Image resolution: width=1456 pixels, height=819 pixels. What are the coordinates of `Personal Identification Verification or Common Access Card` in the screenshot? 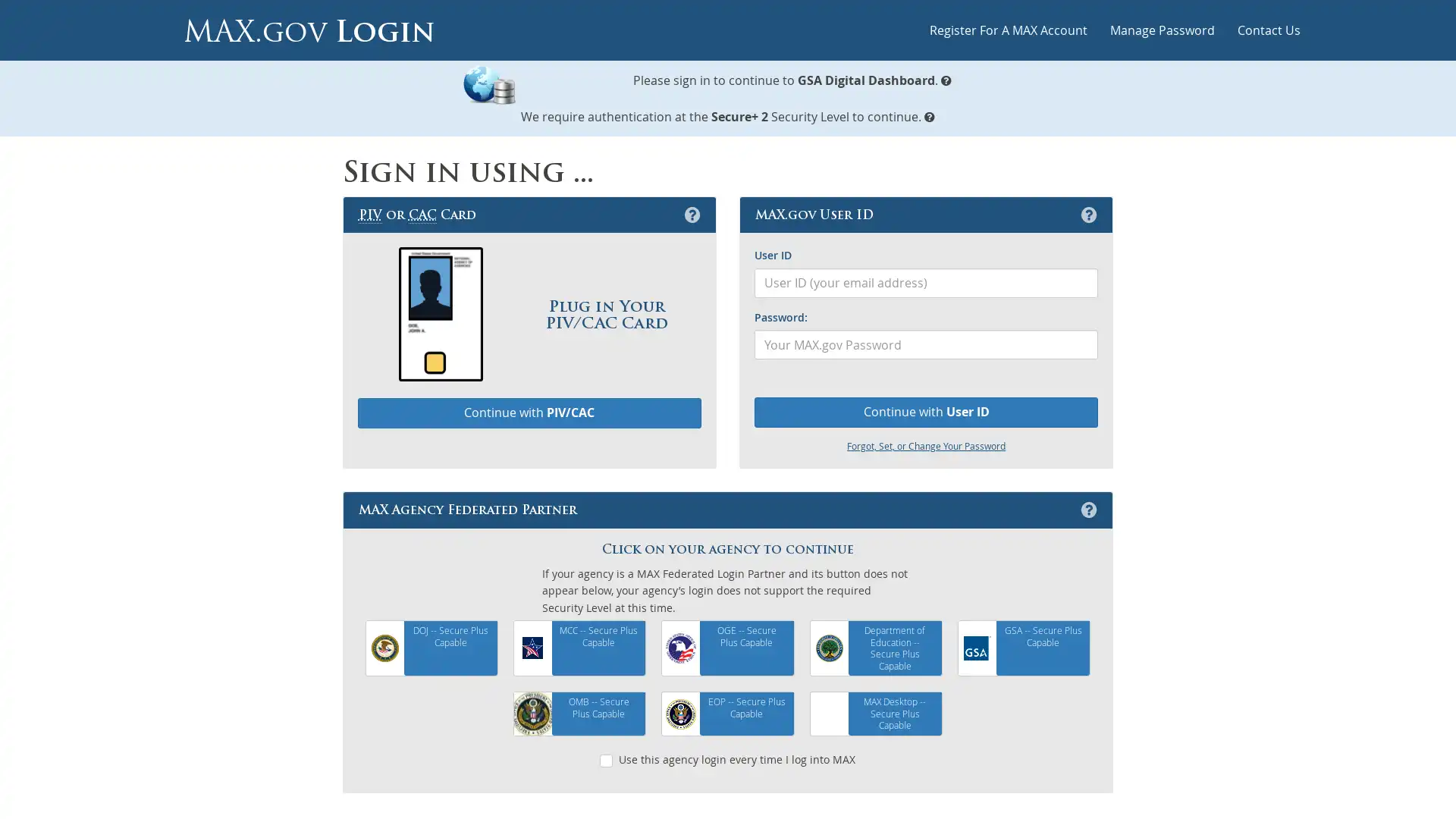 It's located at (691, 213).